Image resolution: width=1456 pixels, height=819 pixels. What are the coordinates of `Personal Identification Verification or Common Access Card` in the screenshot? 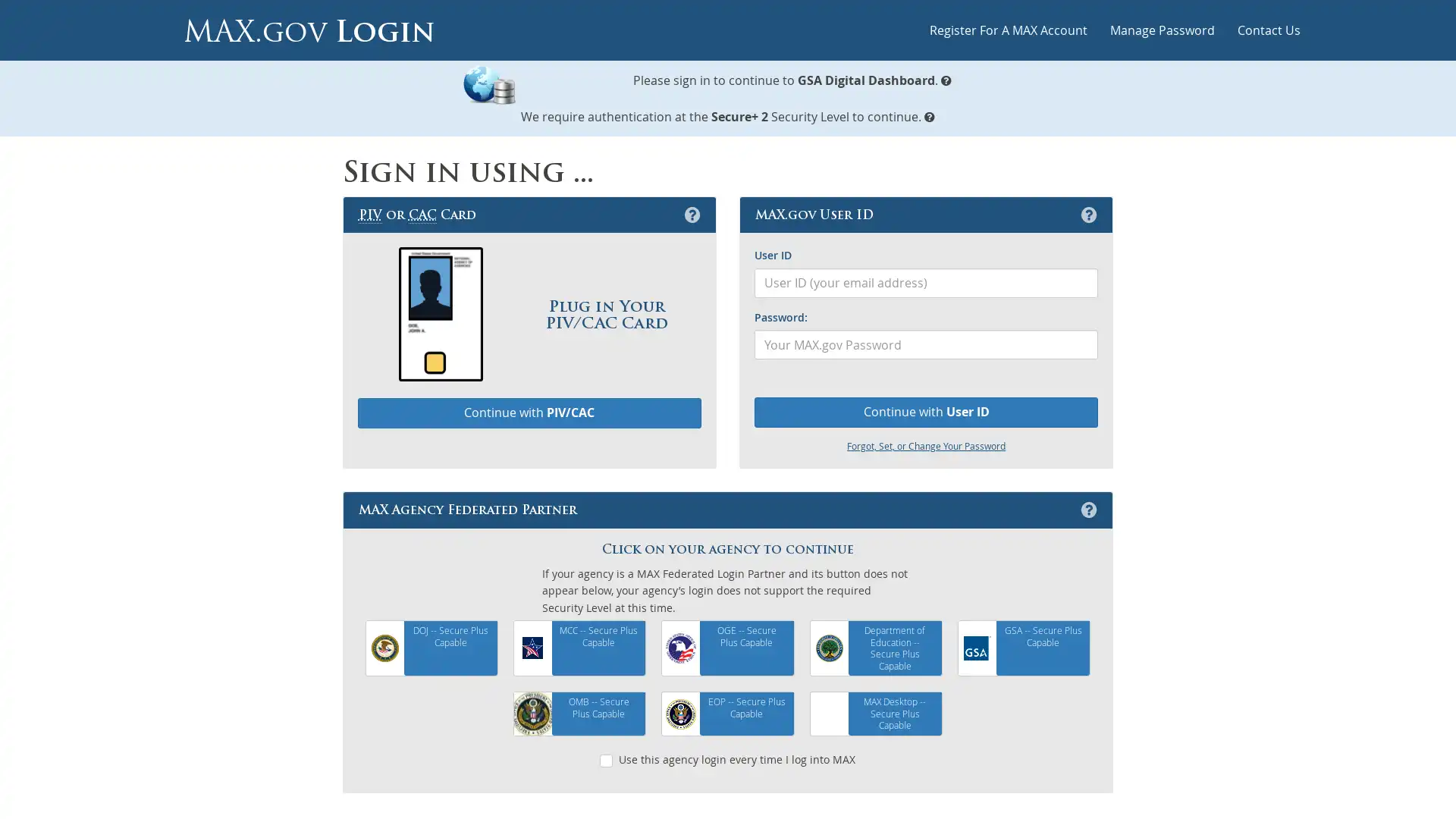 It's located at (691, 213).